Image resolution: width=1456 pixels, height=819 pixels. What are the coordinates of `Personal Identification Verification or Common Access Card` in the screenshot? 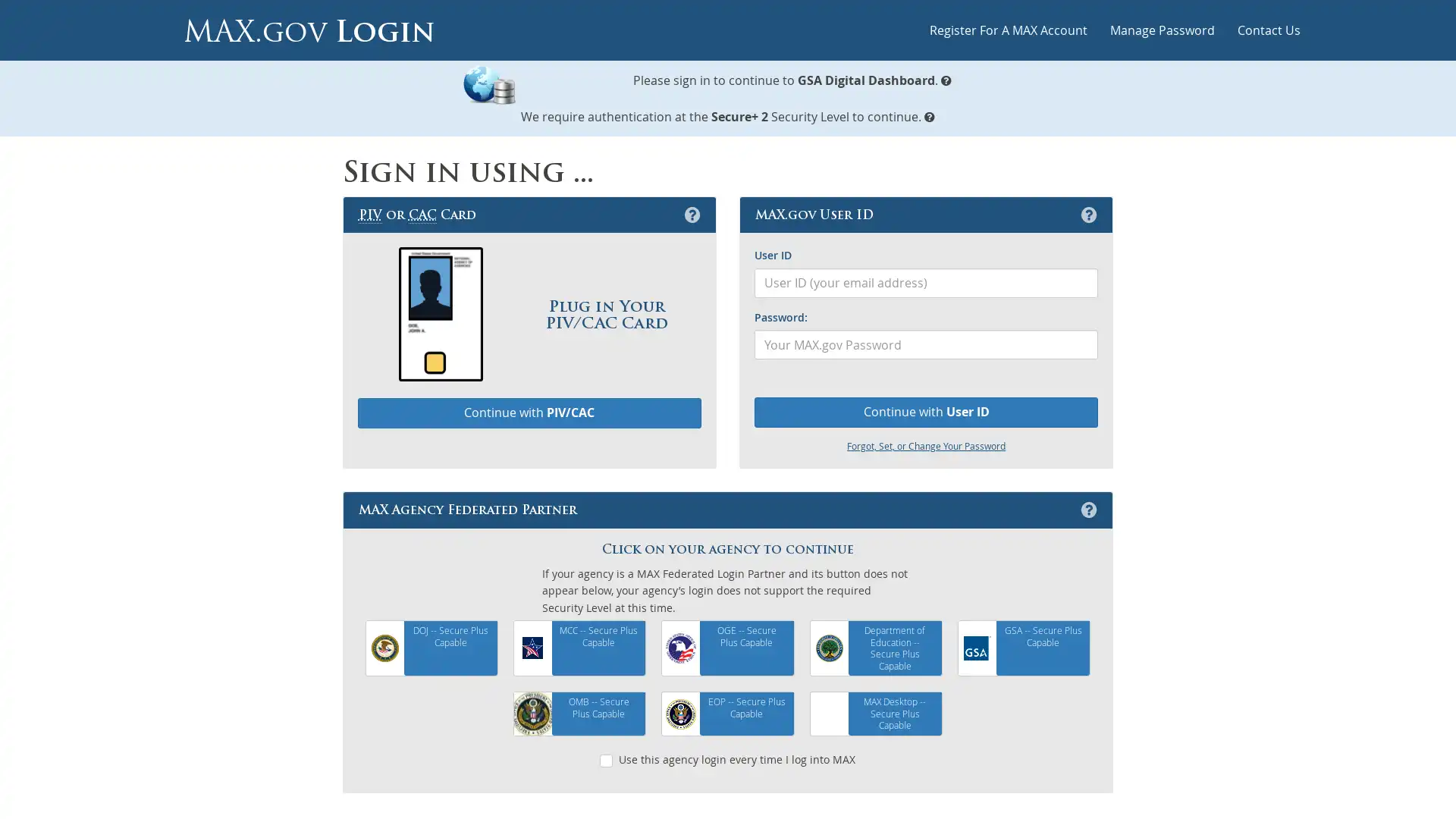 It's located at (691, 213).